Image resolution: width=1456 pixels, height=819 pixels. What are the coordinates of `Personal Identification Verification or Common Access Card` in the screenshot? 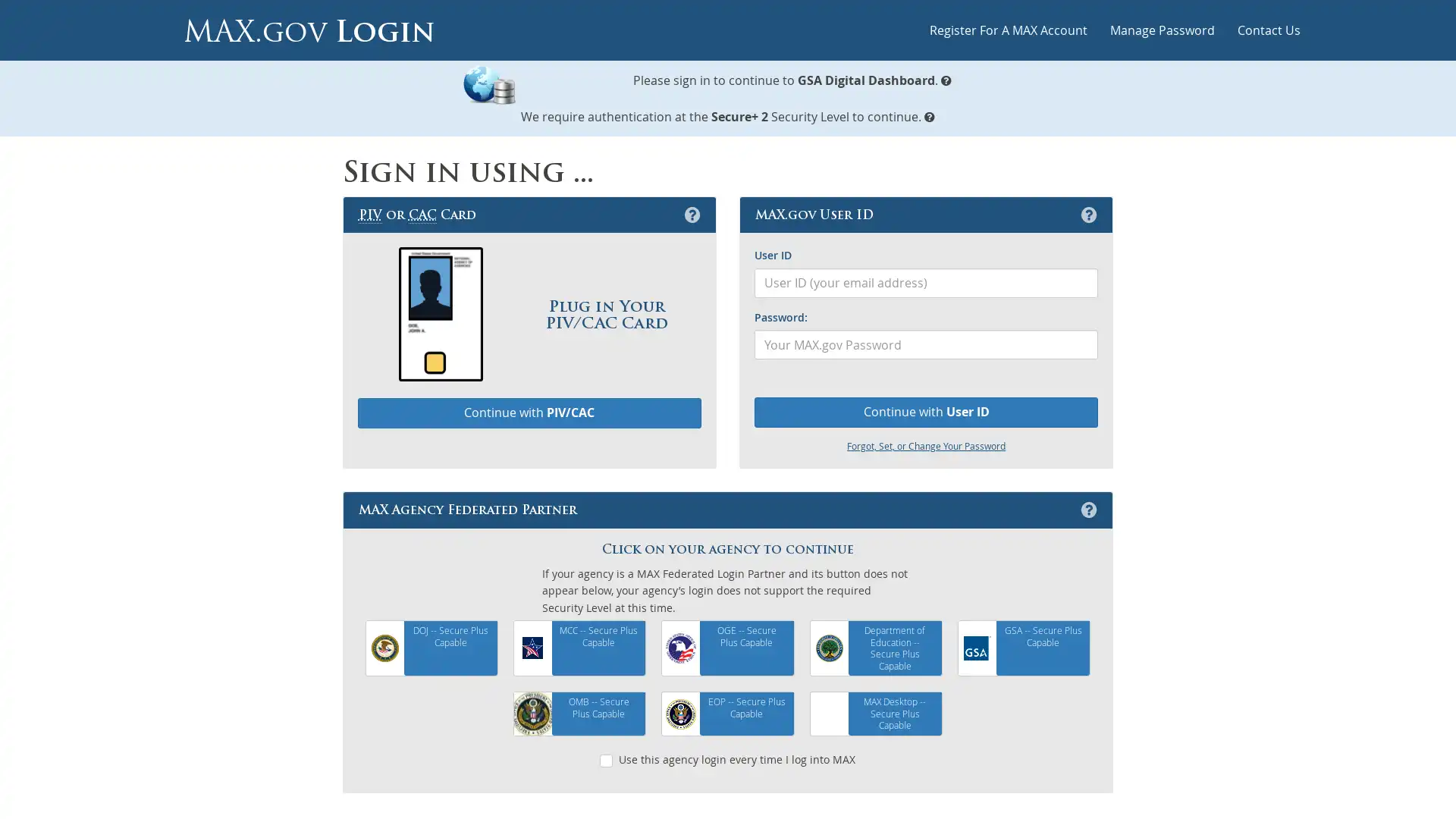 It's located at (691, 213).